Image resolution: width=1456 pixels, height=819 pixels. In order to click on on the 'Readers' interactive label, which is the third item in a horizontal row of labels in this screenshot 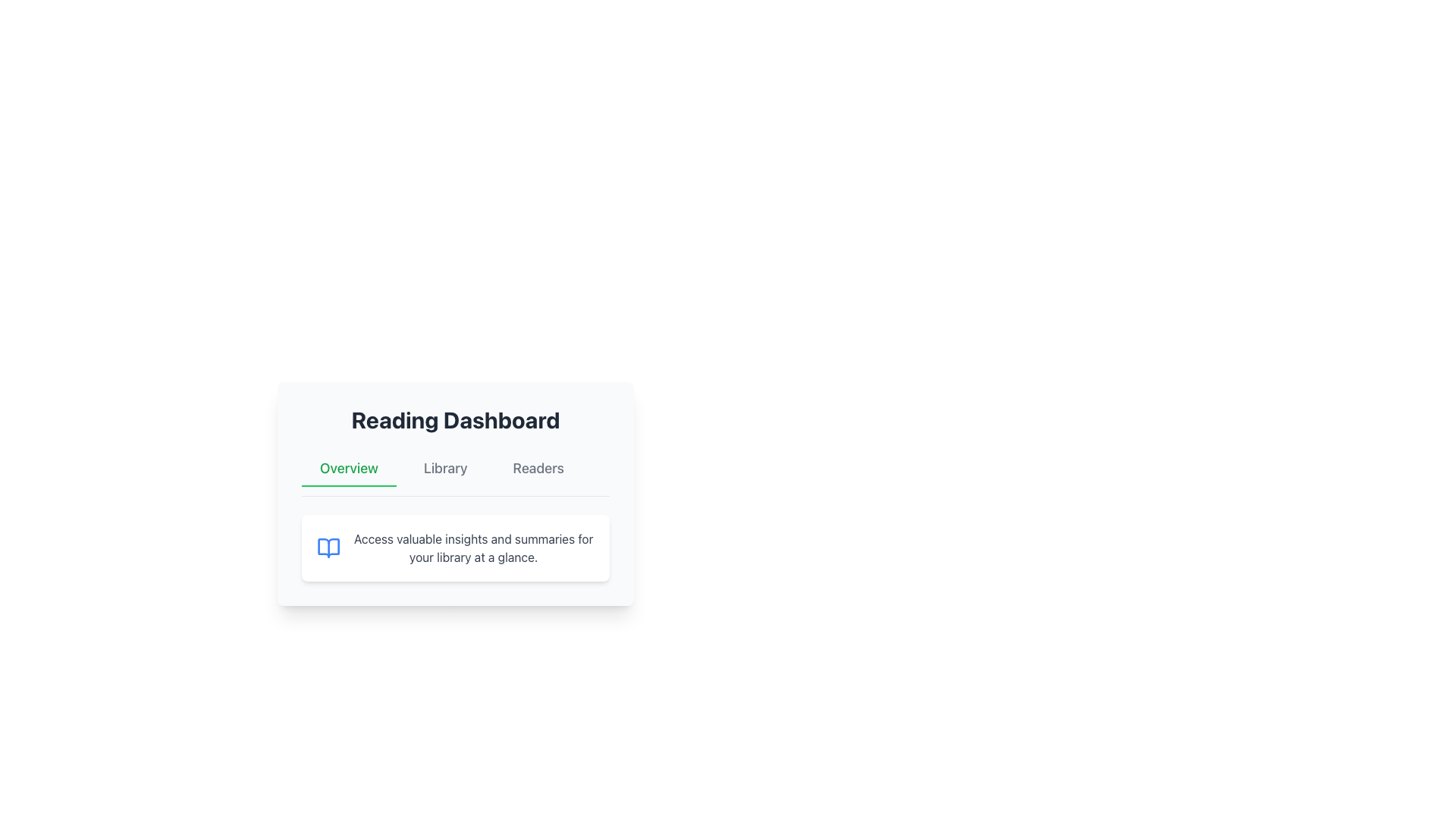, I will do `click(538, 468)`.